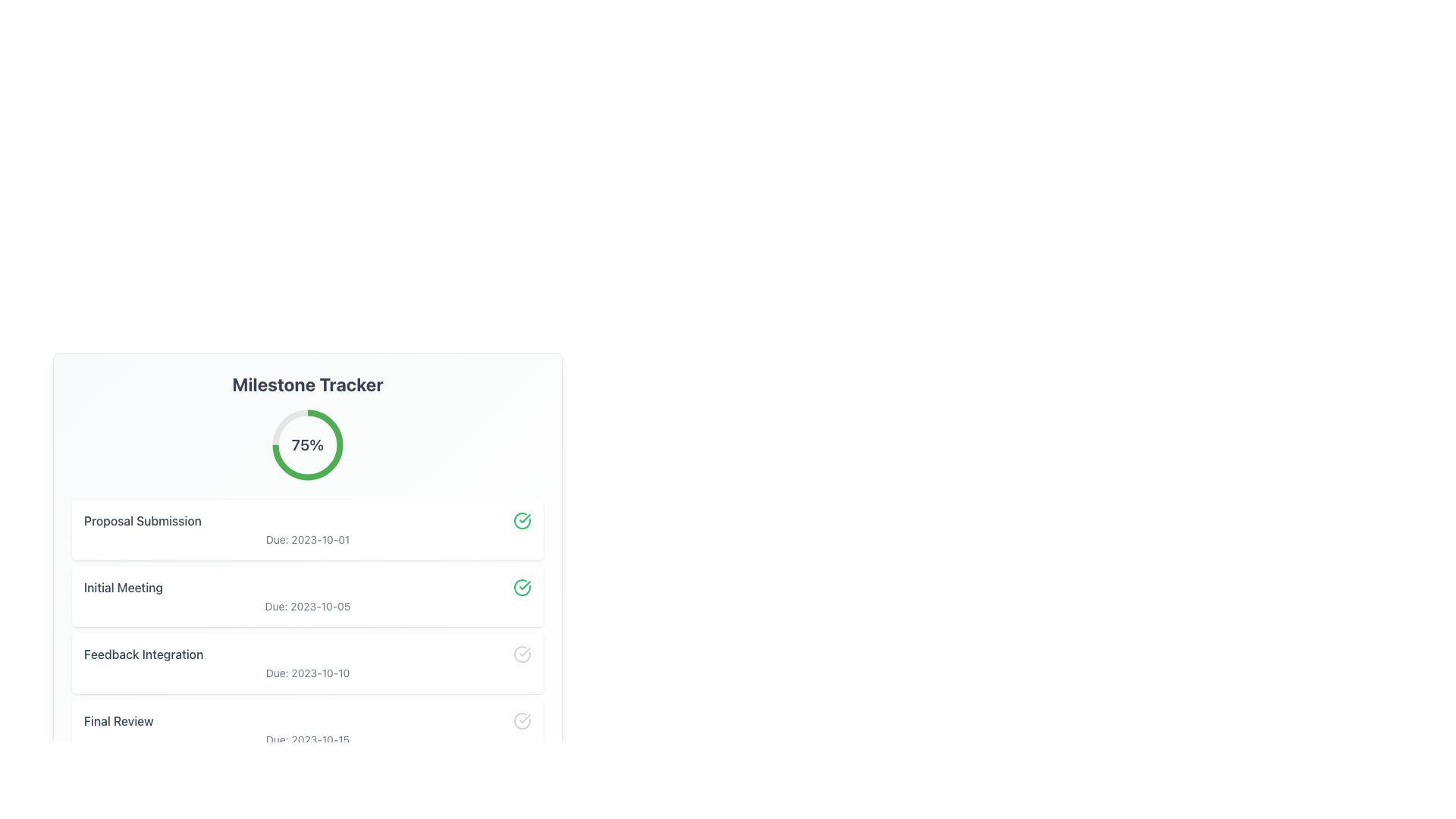 The height and width of the screenshot is (819, 1456). Describe the element at coordinates (522, 587) in the screenshot. I see `the status of the circular checkmark icon that signifies the completion of the 'Initial Meeting' milestone, located in the top-right corner of the 'Initial Meeting' row` at that location.